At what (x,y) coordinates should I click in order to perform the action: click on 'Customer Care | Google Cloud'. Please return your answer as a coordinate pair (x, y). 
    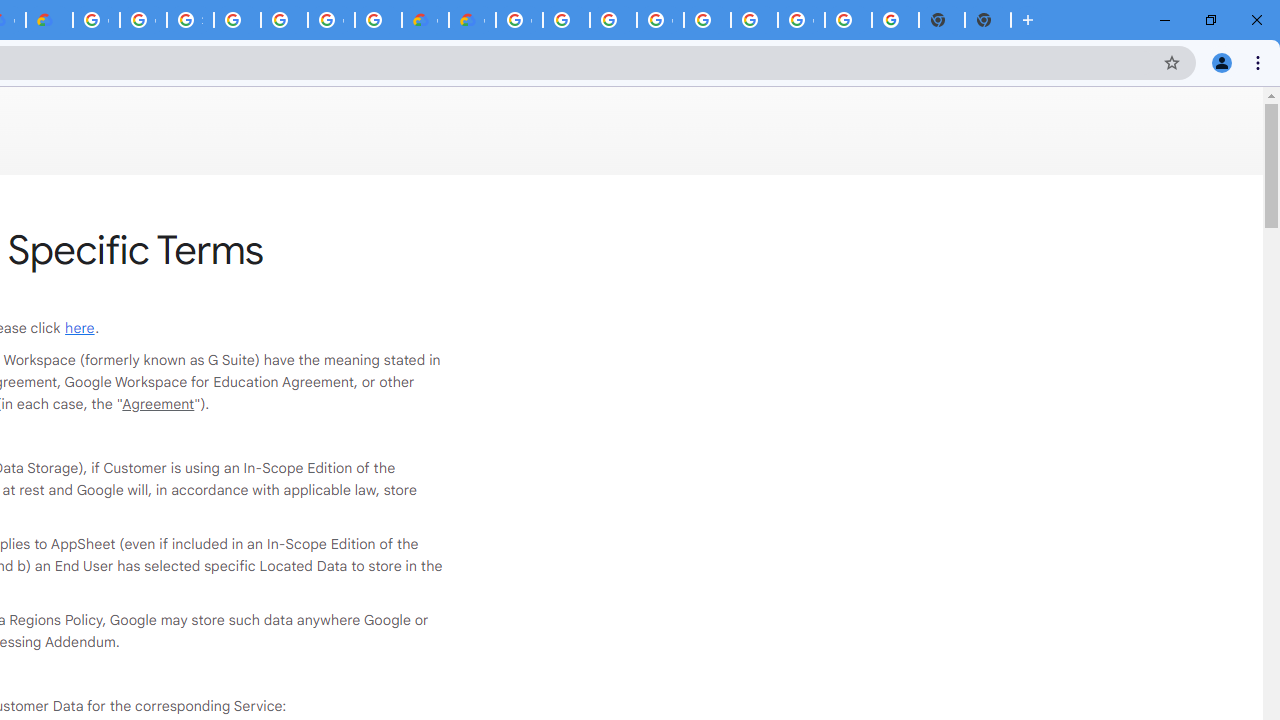
    Looking at the image, I should click on (424, 20).